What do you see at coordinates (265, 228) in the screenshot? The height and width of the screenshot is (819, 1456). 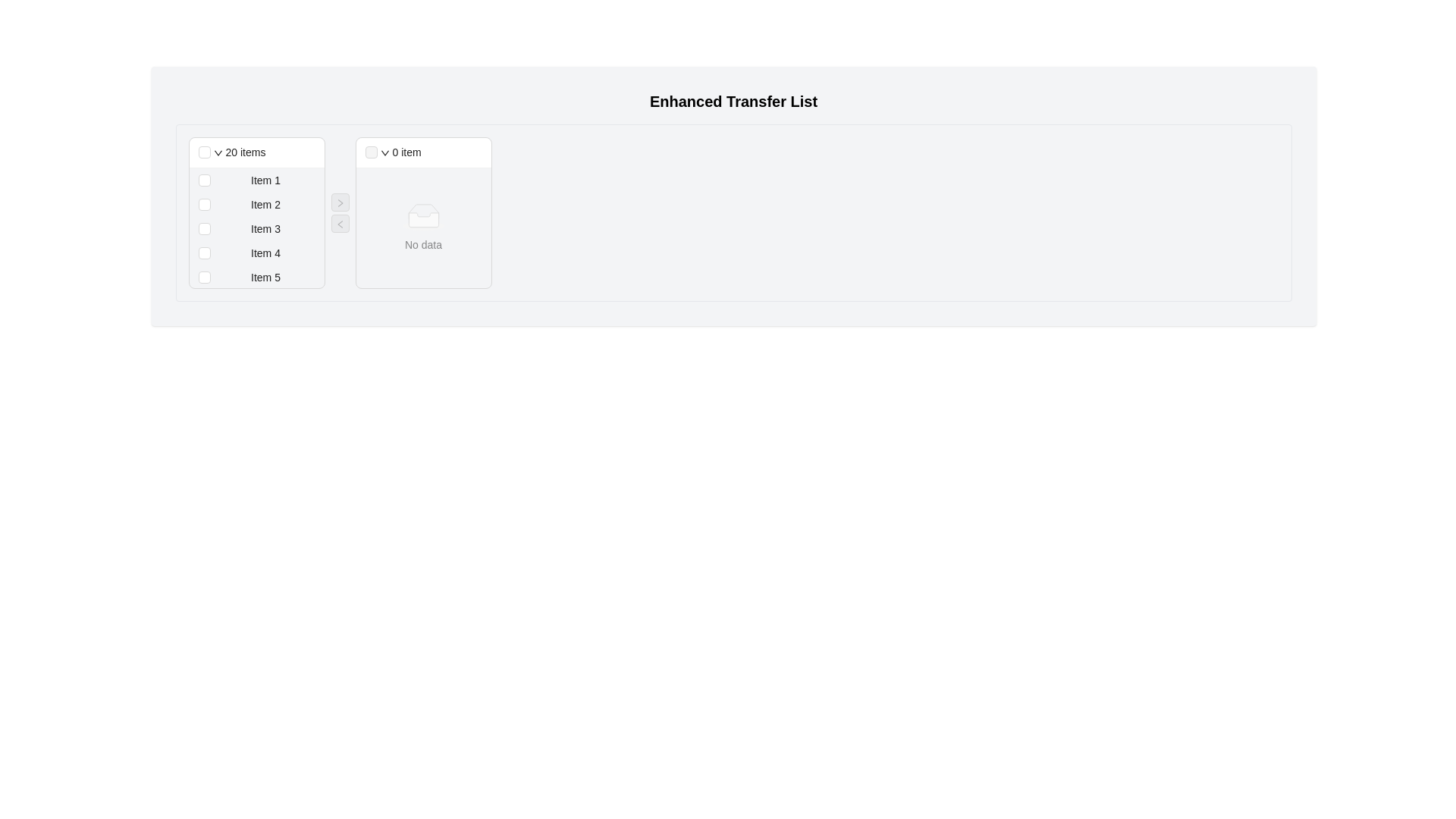 I see `the label displaying 'Item 3' in the left panel of the transfer list, which is the third item in the vertical list` at bounding box center [265, 228].